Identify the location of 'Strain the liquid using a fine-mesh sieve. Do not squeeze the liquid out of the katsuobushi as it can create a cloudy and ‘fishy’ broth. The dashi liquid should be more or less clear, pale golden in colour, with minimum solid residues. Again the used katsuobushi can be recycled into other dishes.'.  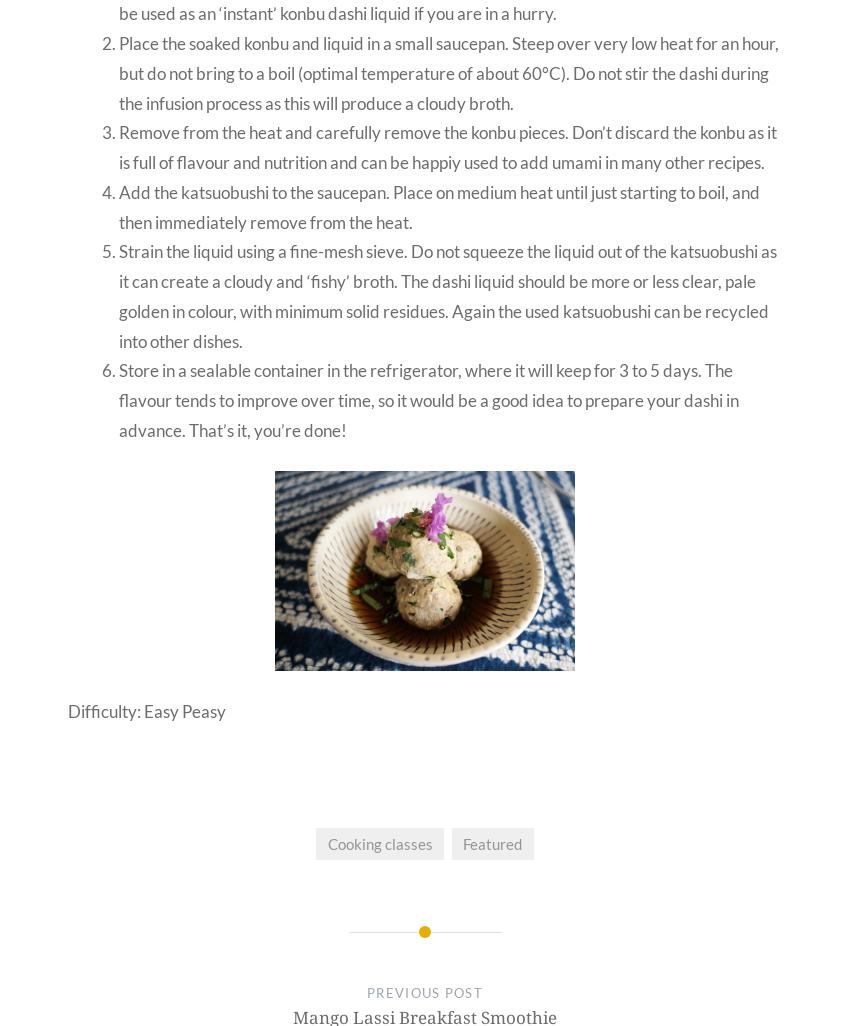
(118, 295).